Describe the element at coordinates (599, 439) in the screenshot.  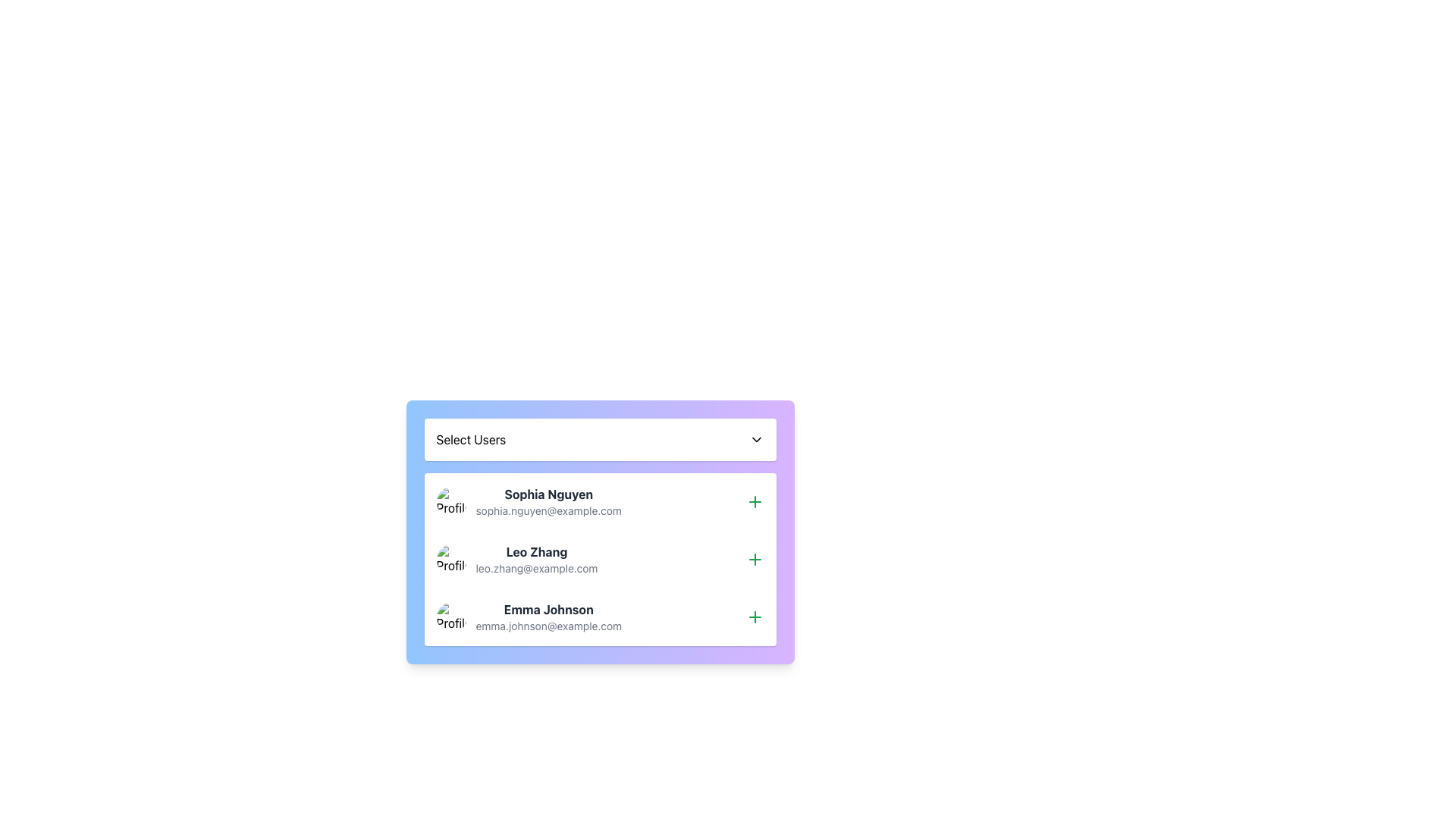
I see `the 'Select Users' dropdown trigger located at the top of the card-like structure with a gradient background` at that location.